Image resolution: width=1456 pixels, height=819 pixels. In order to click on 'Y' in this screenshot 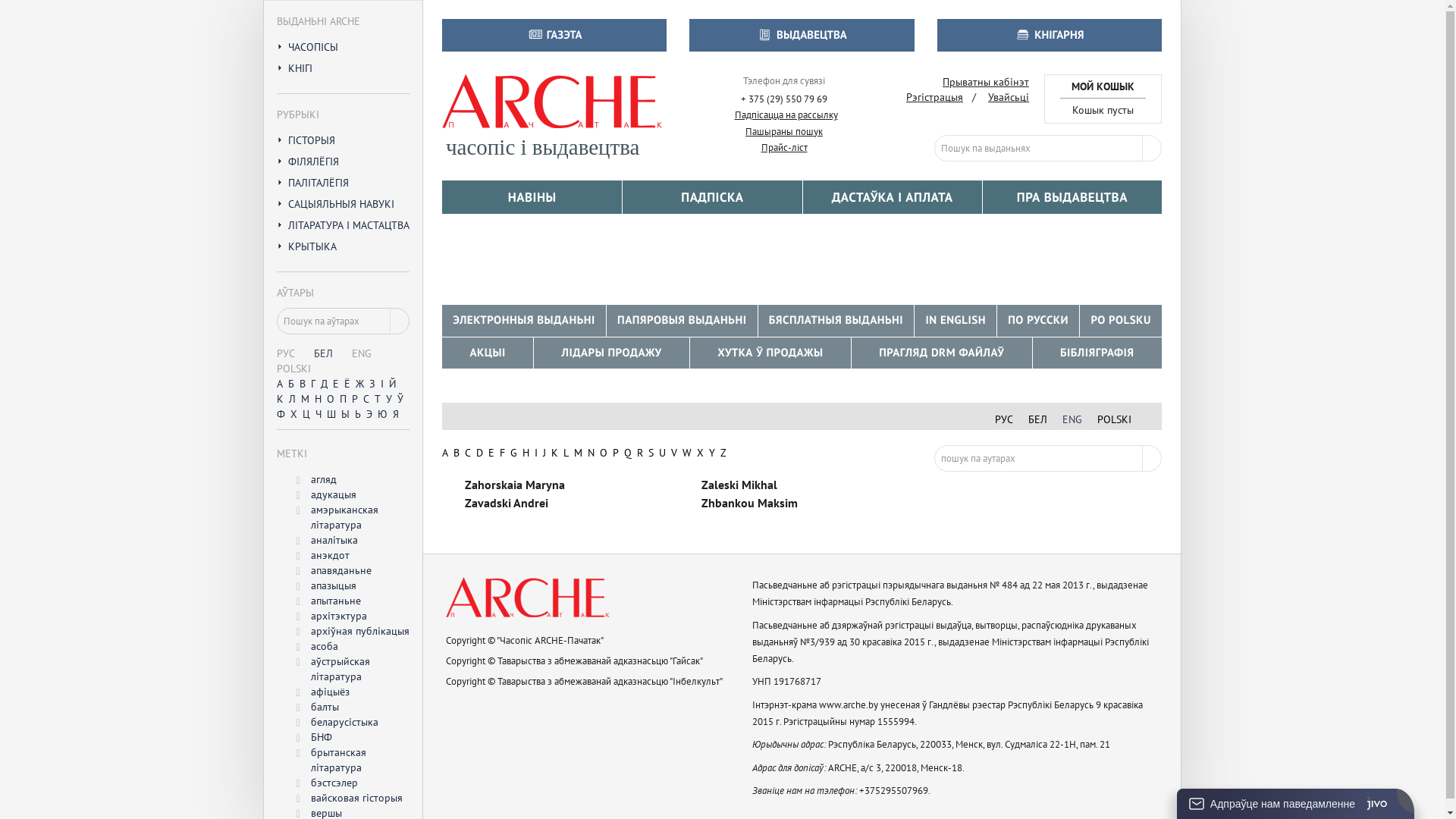, I will do `click(711, 452)`.